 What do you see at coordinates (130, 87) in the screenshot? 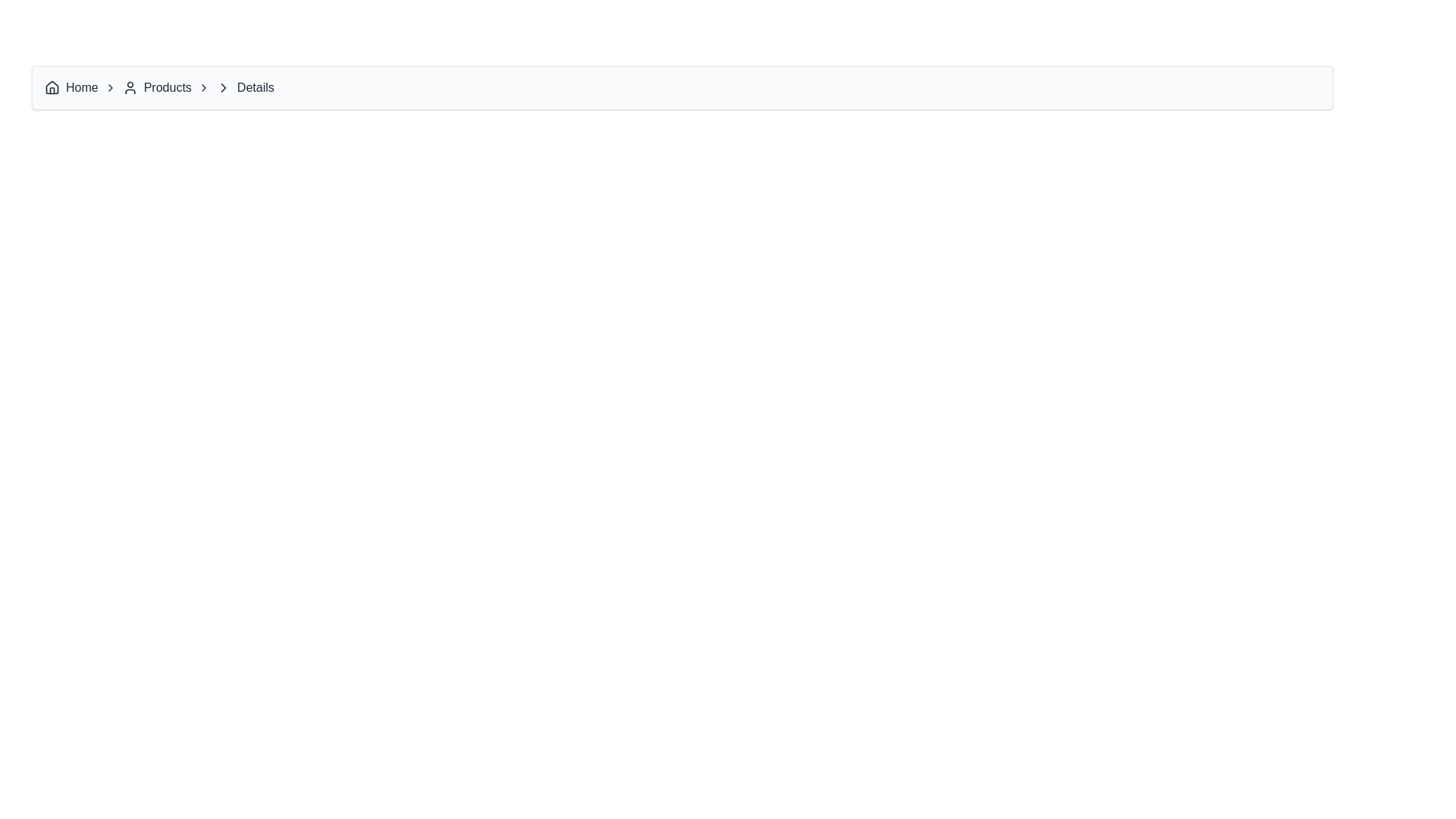
I see `the design of the SVG user icon located to the immediate left of the 'Products' text in the breadcrumb navigation bar` at bounding box center [130, 87].